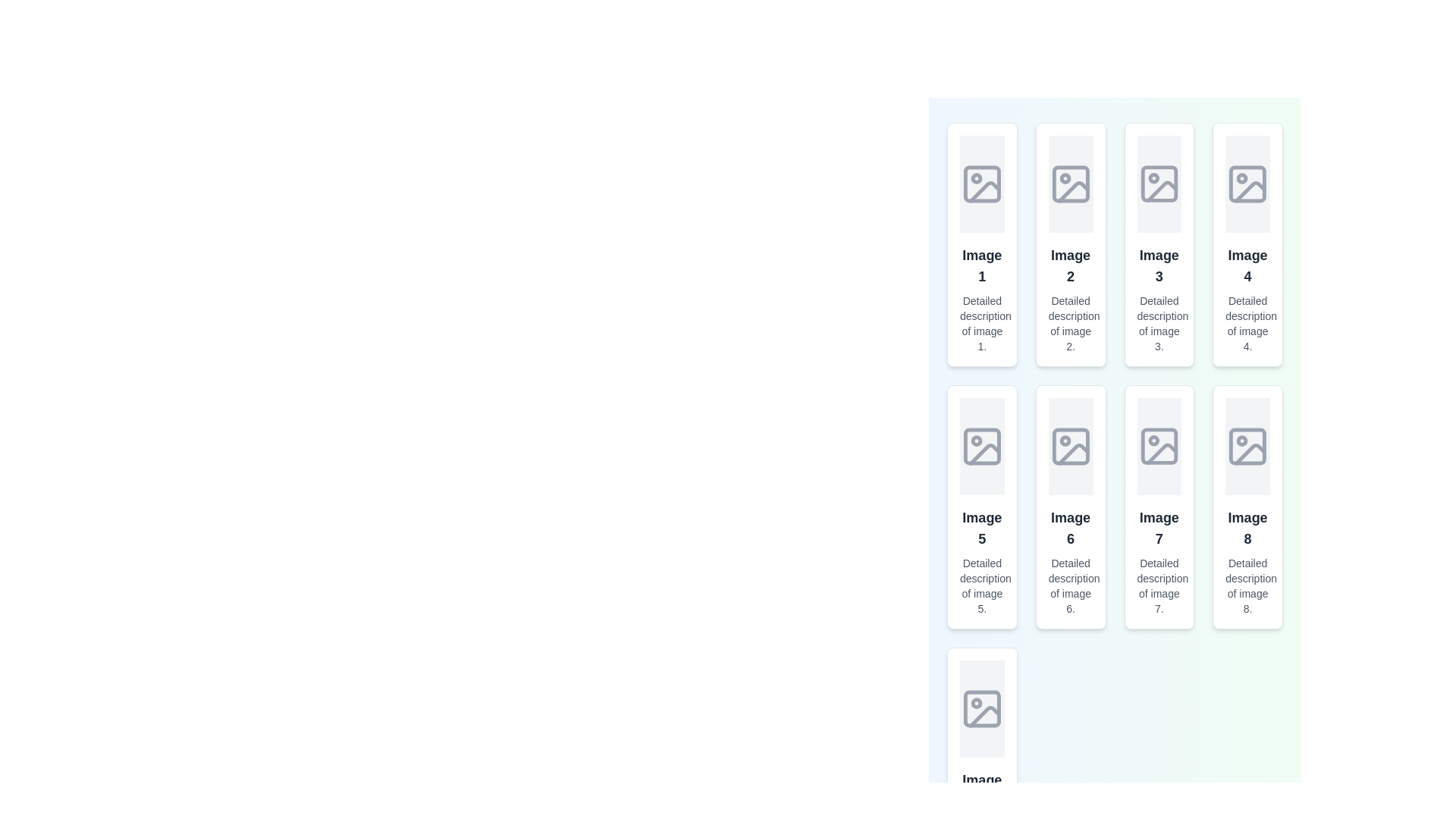 Image resolution: width=1456 pixels, height=819 pixels. I want to click on the text label reading 'Image 5', so click(982, 528).